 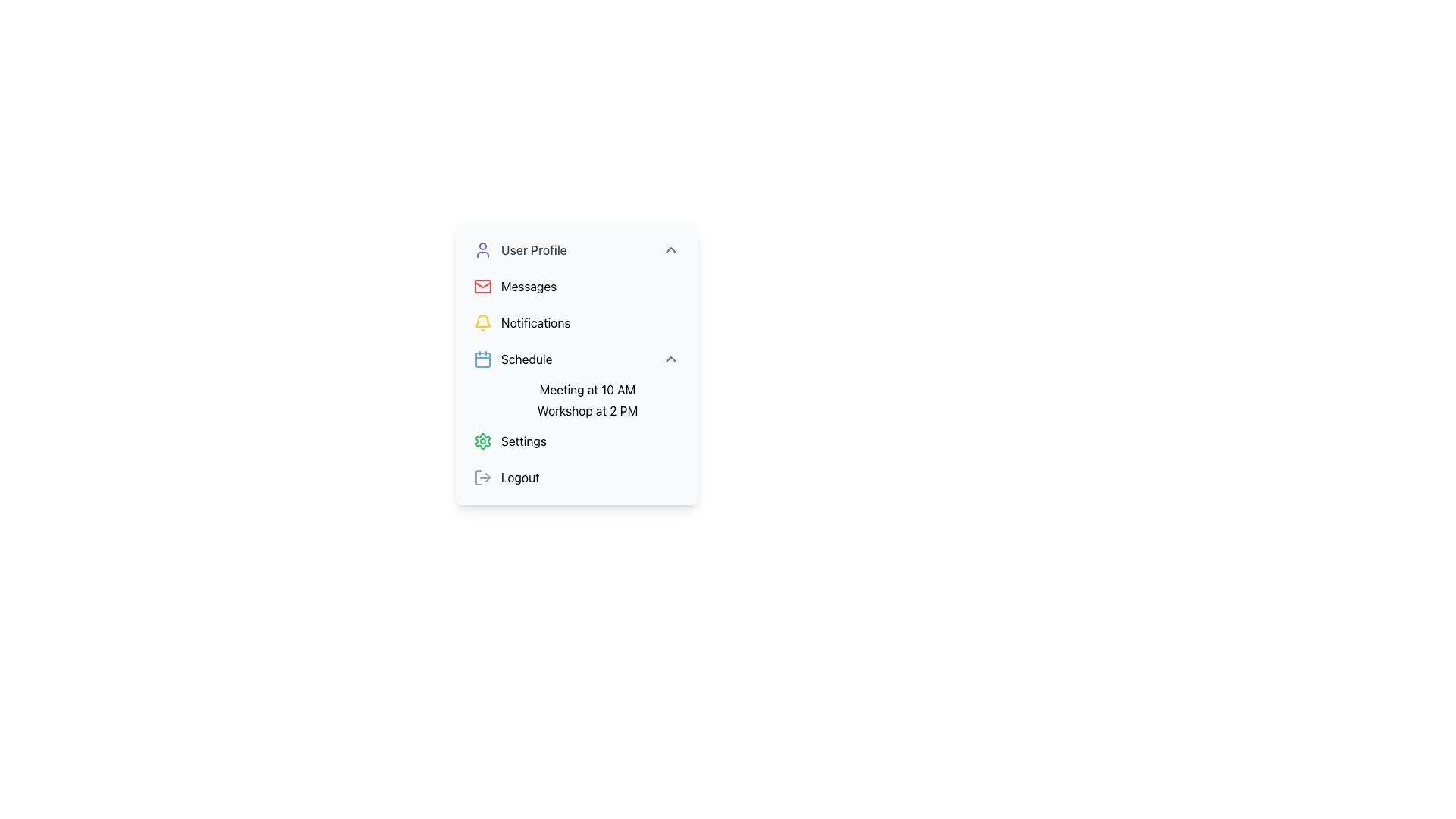 I want to click on the 'Logout' text label in the vertical navigation menu, so click(x=520, y=476).